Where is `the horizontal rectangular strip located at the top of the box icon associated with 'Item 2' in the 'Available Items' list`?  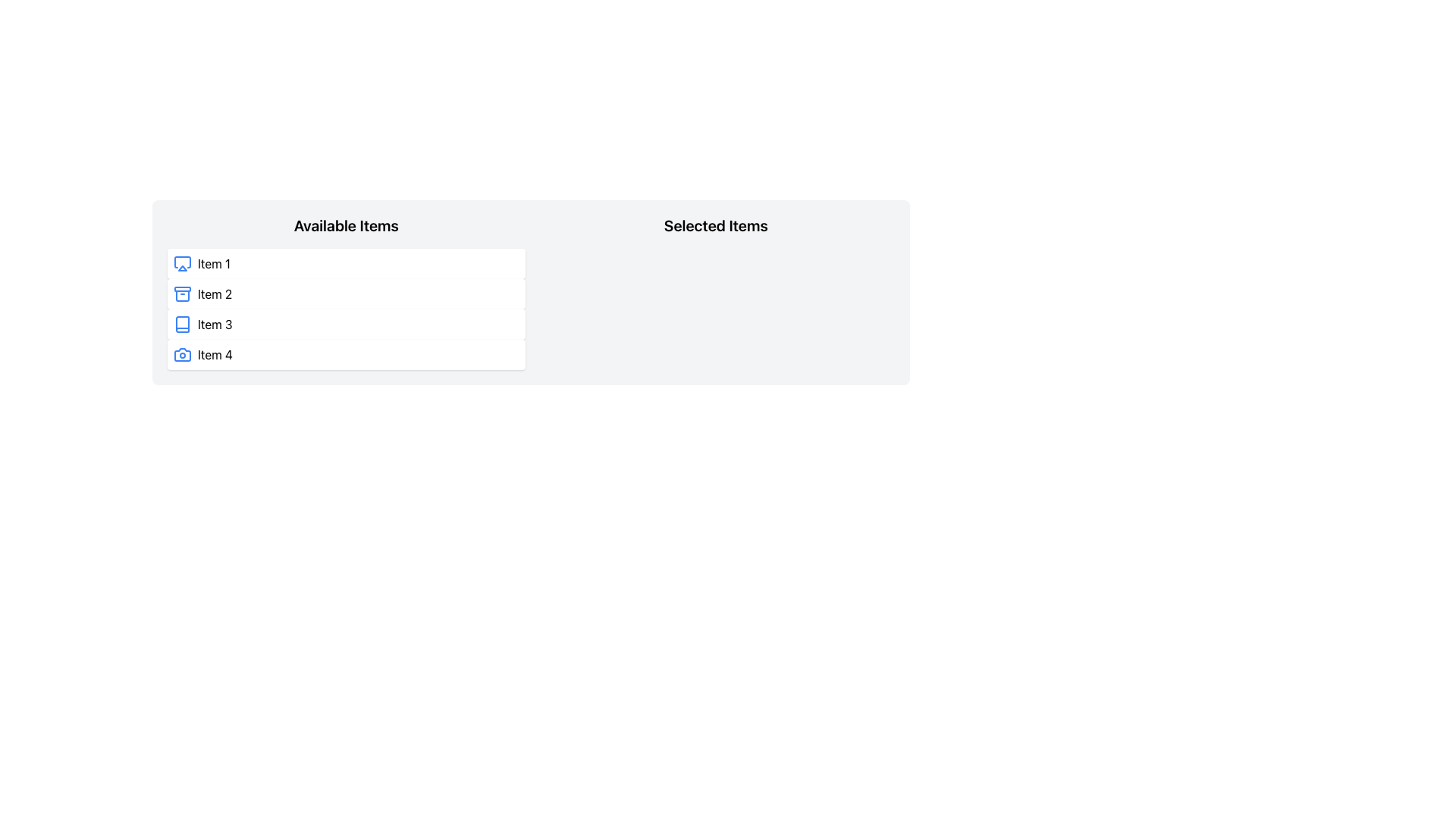 the horizontal rectangular strip located at the top of the box icon associated with 'Item 2' in the 'Available Items' list is located at coordinates (182, 289).